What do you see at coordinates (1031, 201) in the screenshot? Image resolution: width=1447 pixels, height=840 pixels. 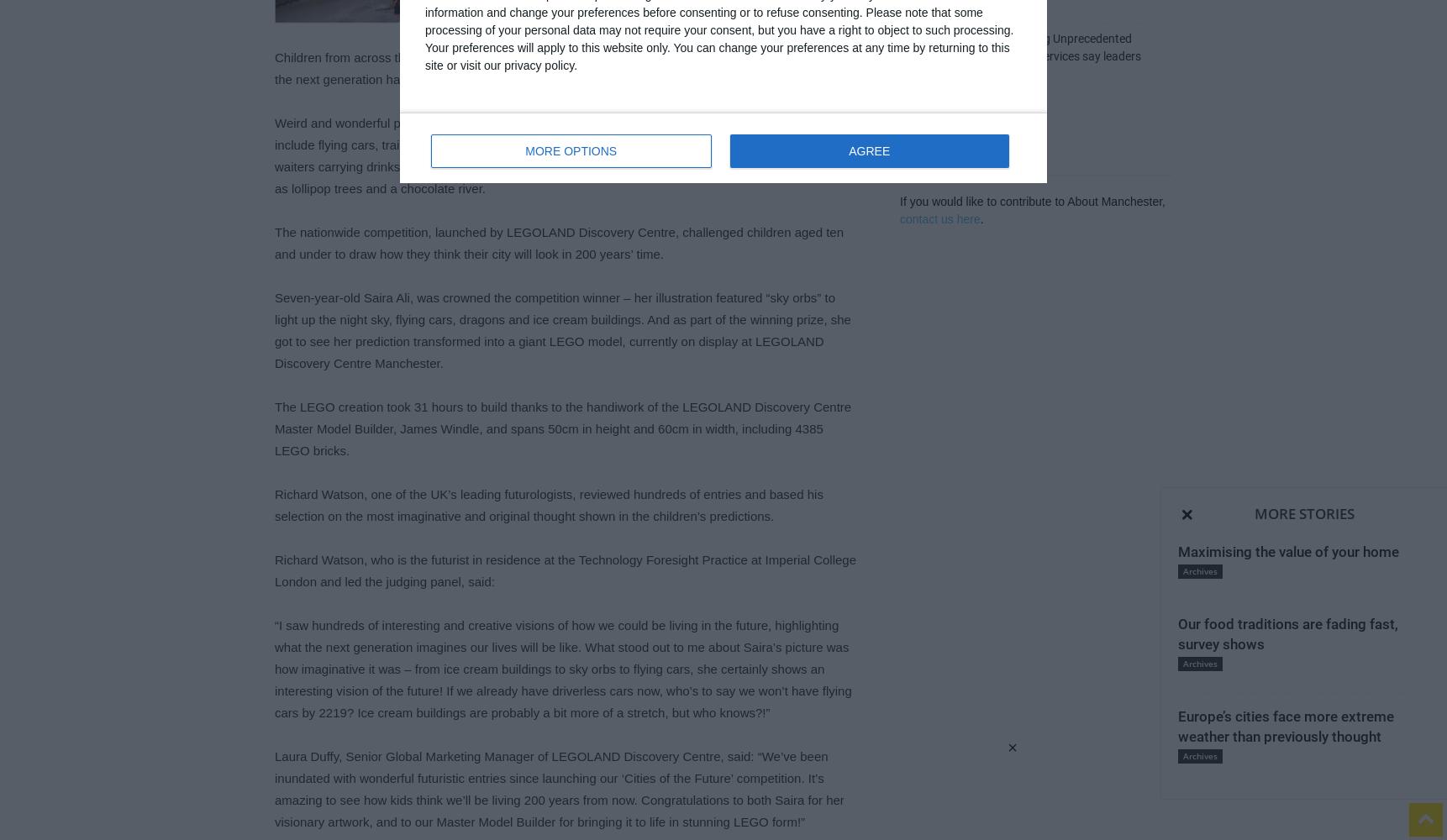 I see `'If you would like to contribute to About Manchester,'` at bounding box center [1031, 201].